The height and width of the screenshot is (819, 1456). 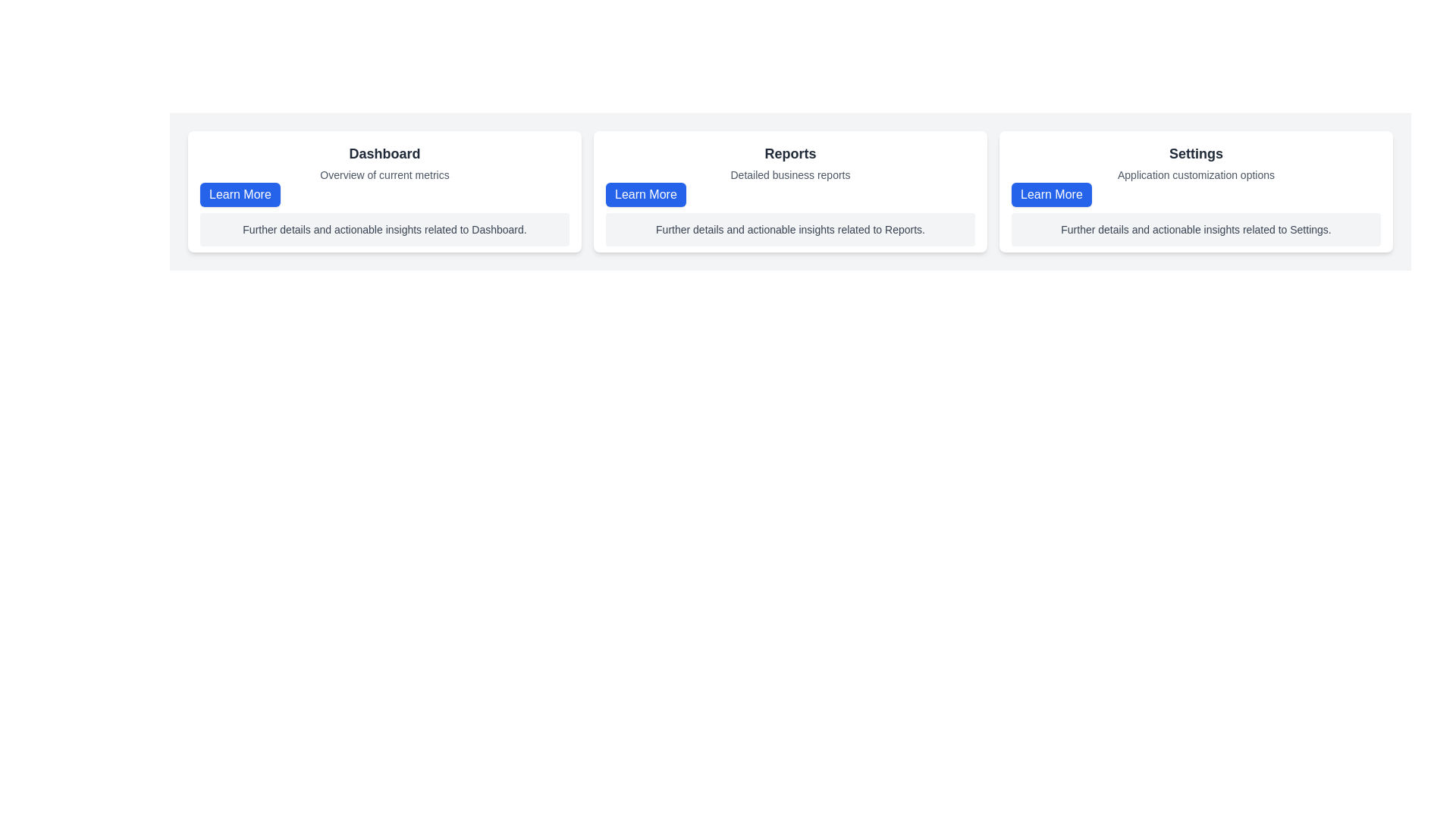 What do you see at coordinates (1195, 154) in the screenshot?
I see `text of the header label located in the third column of the three-panel layout, positioned above the descriptive text 'Application customization options'` at bounding box center [1195, 154].